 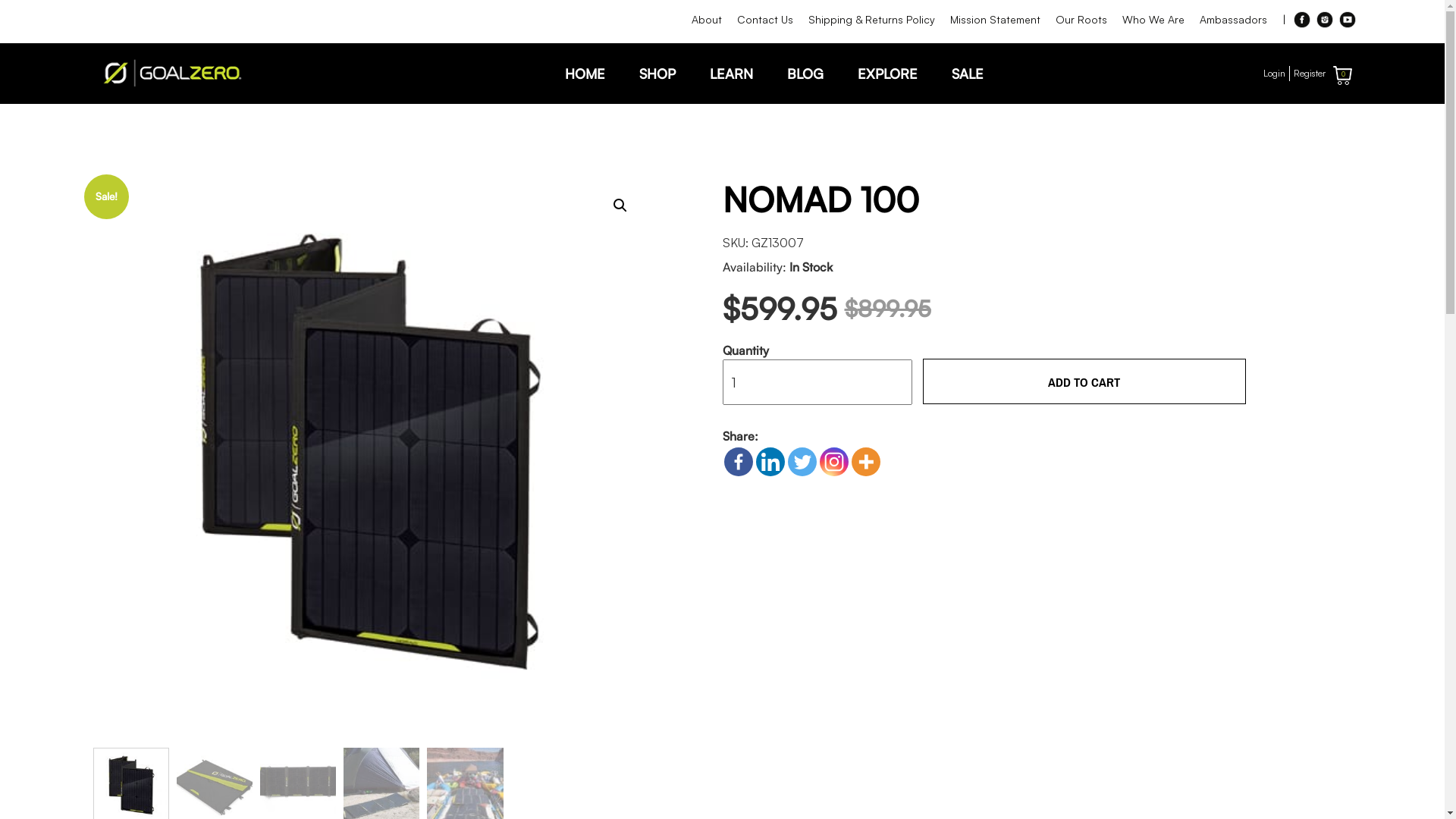 I want to click on 'ADD TO CART', so click(x=1084, y=380).